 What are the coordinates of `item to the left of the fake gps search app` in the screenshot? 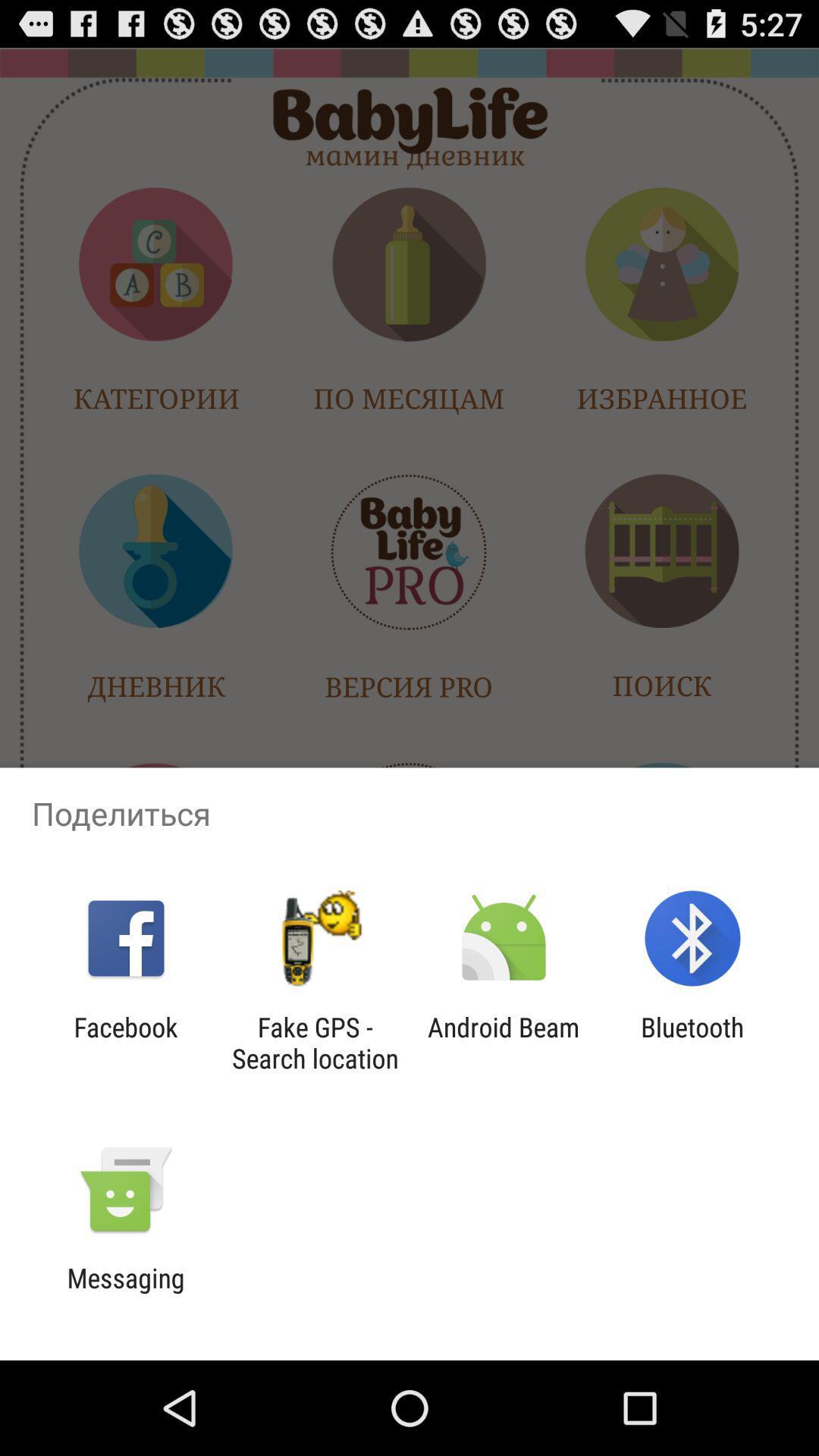 It's located at (125, 1042).